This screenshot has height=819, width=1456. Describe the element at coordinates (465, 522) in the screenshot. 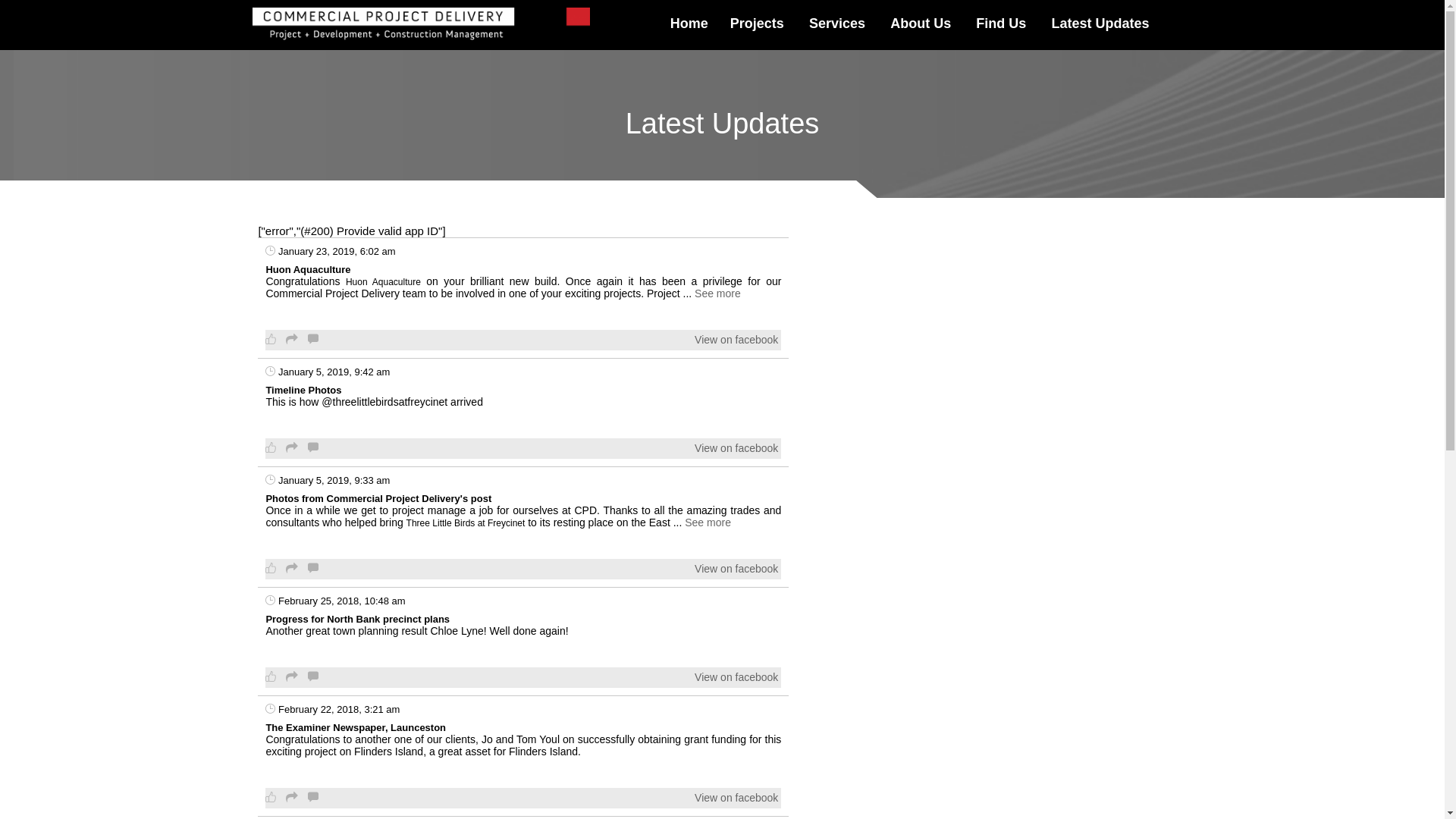

I see `'Three Little Birds at Freycinet'` at that location.